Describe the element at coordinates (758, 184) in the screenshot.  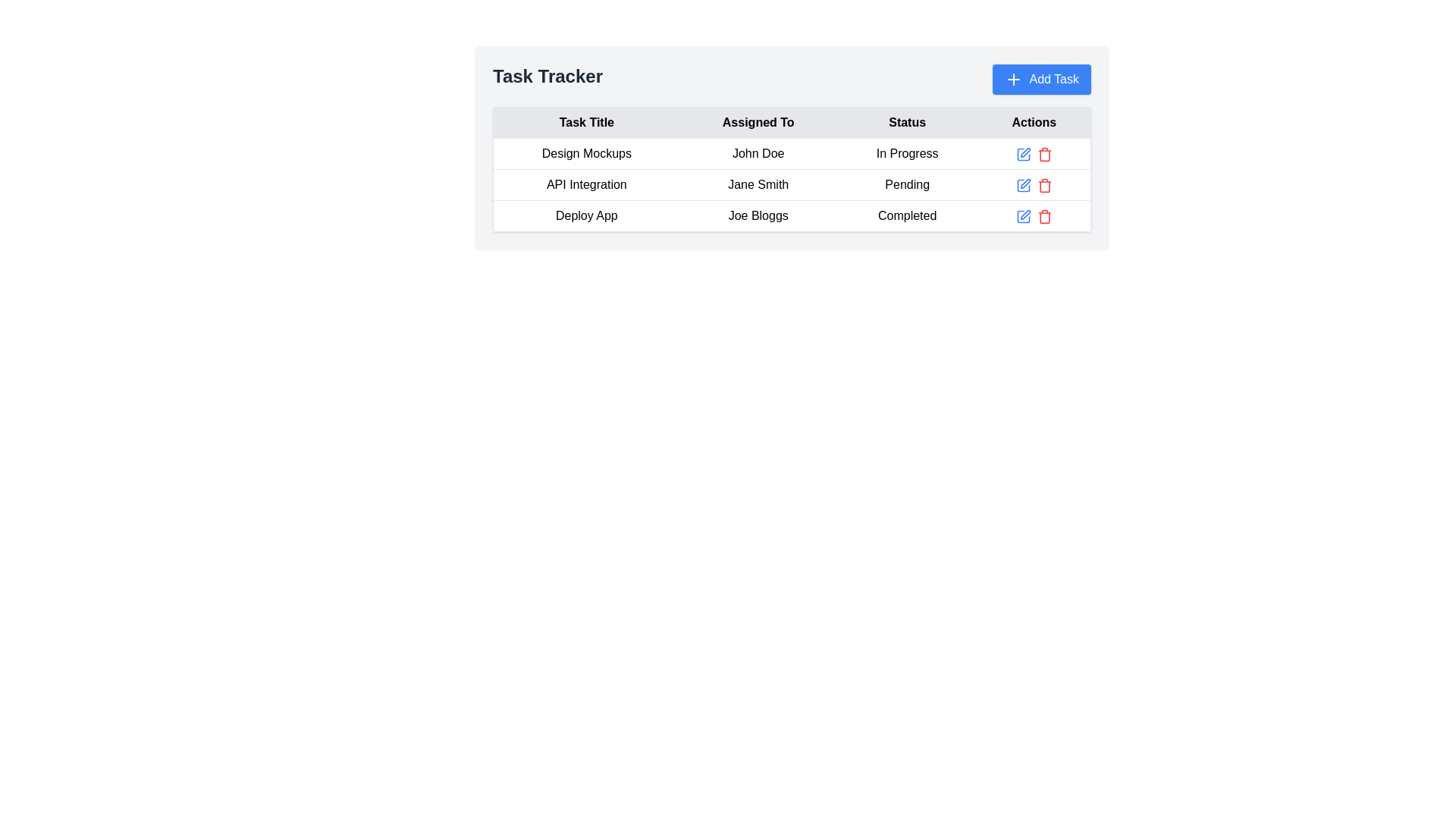
I see `the text display that shows the name of the person assigned to the task 'API Integration' in the second row of the data table under the 'Assigned To' column` at that location.